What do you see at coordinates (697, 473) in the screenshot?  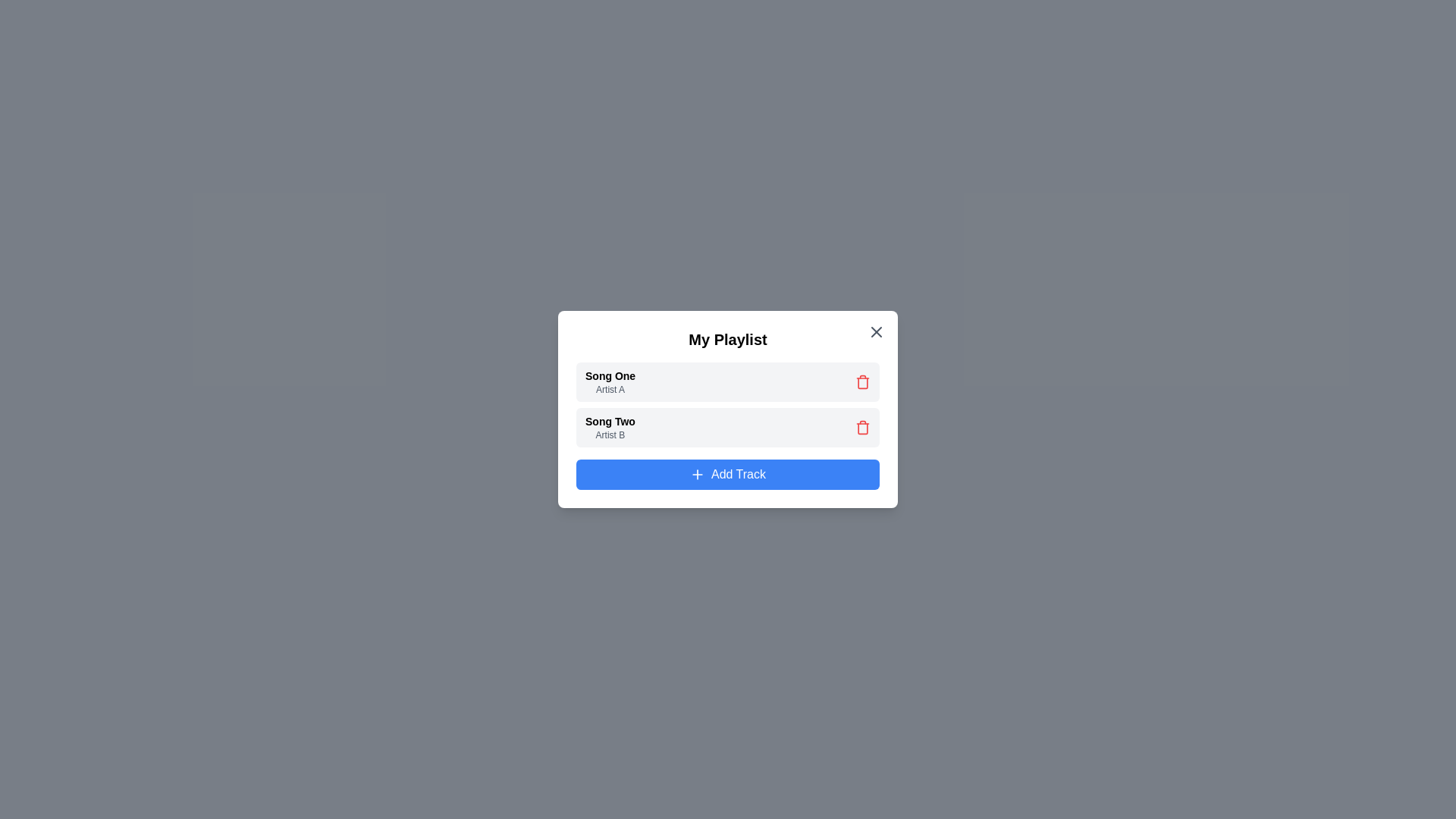 I see `the small plus ('+') icon located within the 'Add Track' button, which is positioned toward the bottom-center of the modal dialog box` at bounding box center [697, 473].